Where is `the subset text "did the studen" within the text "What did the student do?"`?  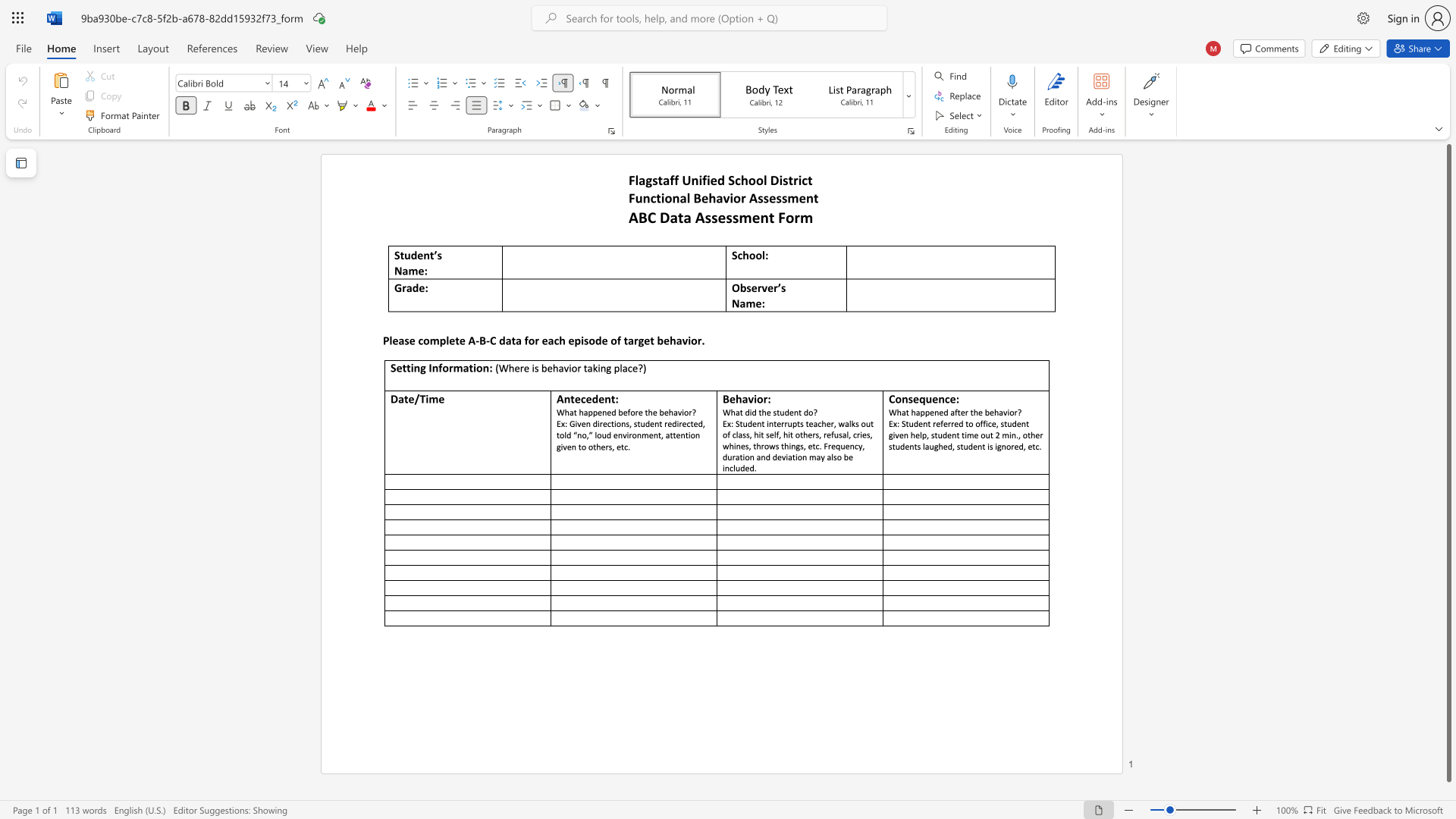 the subset text "did the studen" within the text "What did the student do?" is located at coordinates (745, 412).